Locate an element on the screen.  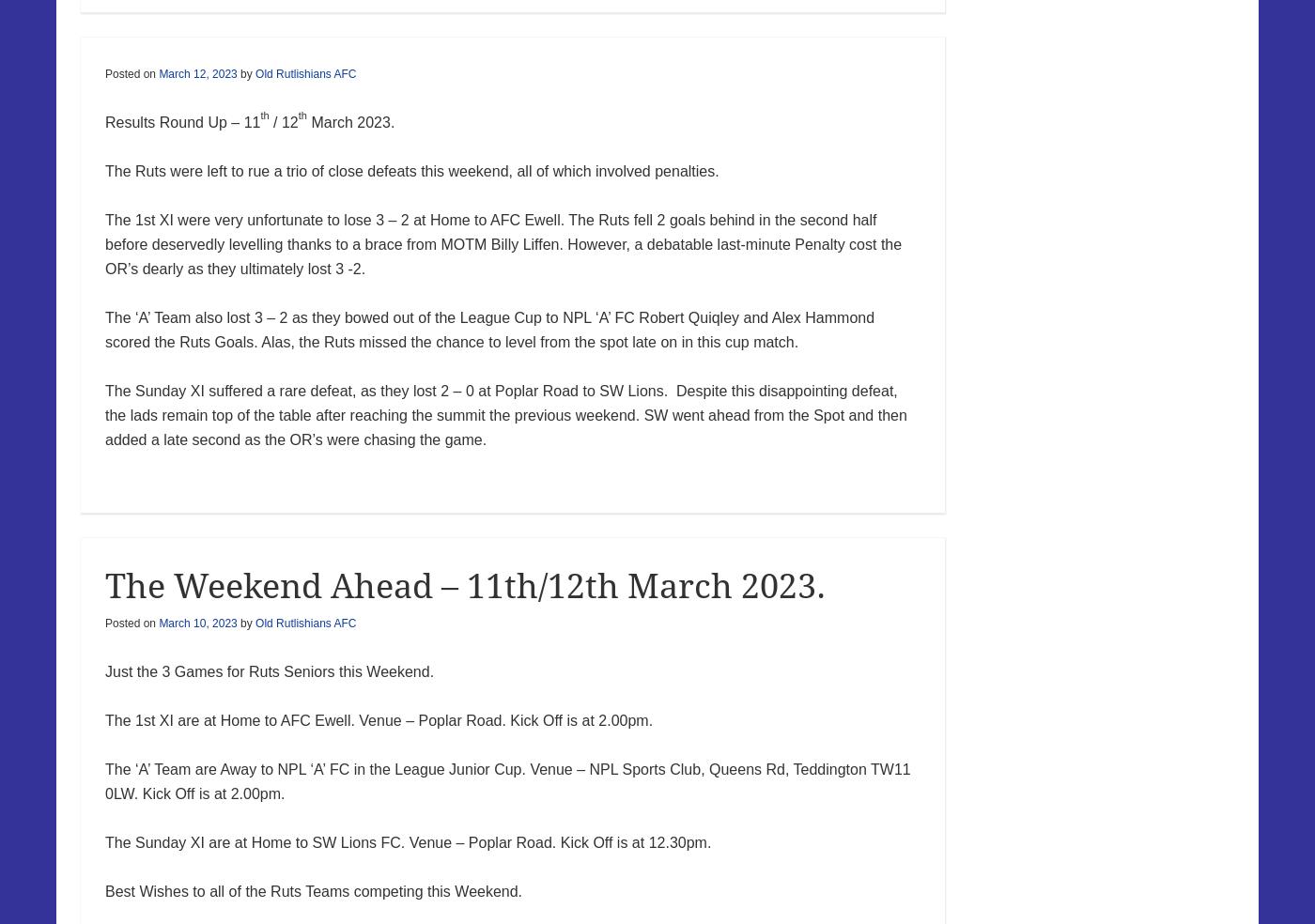
'The 1st XI were very unfortunate to lose 3 – 2 at Home to AFC Ewell. The Ruts fell 2 goals behind in the second half before deservedly levelling thanks to a brace from MOTM Billy Liffen. However, a debatable last-minute Penalty cost the OR’s dearly as they ultimately lost 3 -2.' is located at coordinates (503, 242).